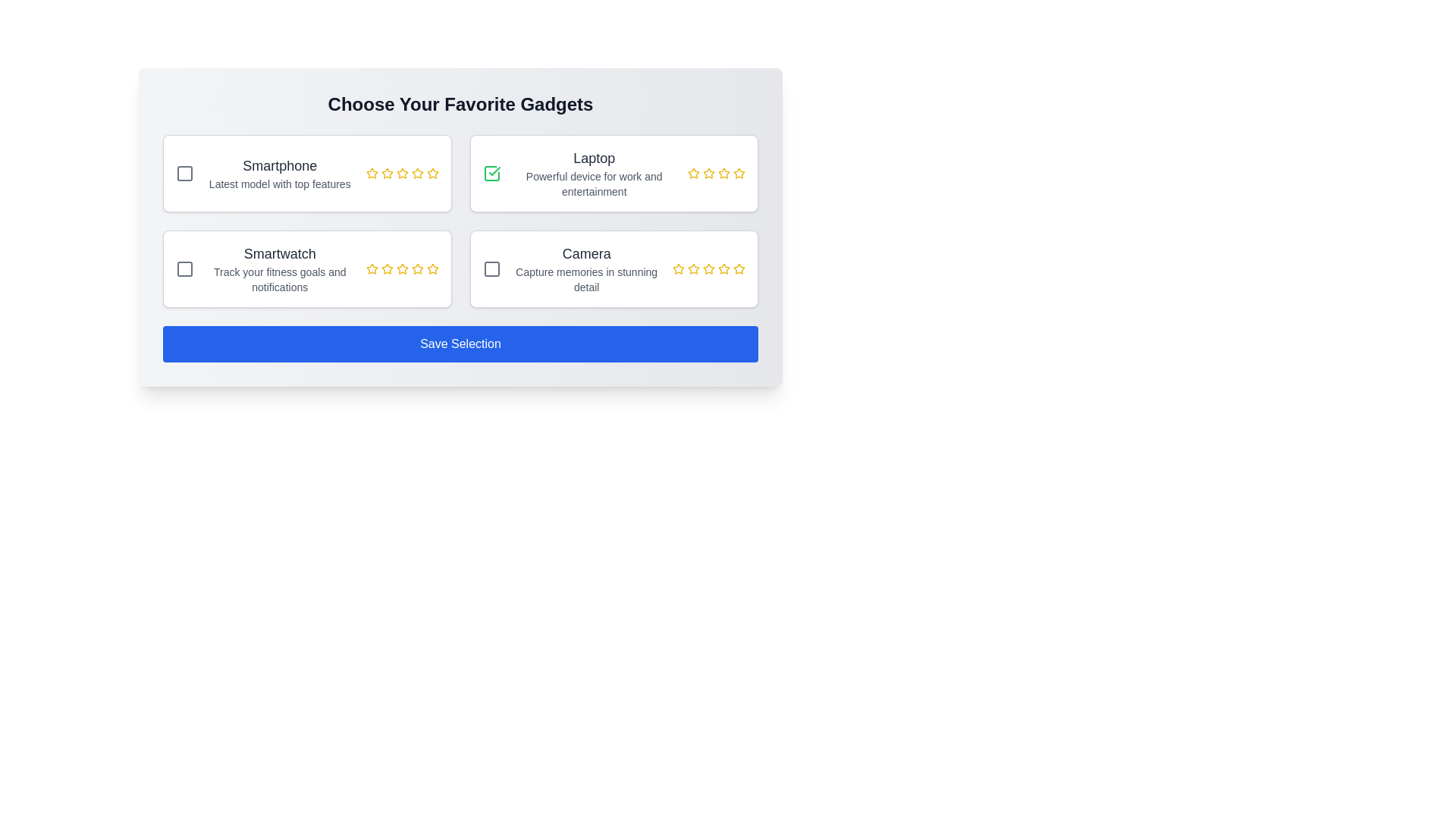 The width and height of the screenshot is (1456, 819). Describe the element at coordinates (402, 268) in the screenshot. I see `the fourth star icon in the 'Smartwatch' gadget rating row` at that location.